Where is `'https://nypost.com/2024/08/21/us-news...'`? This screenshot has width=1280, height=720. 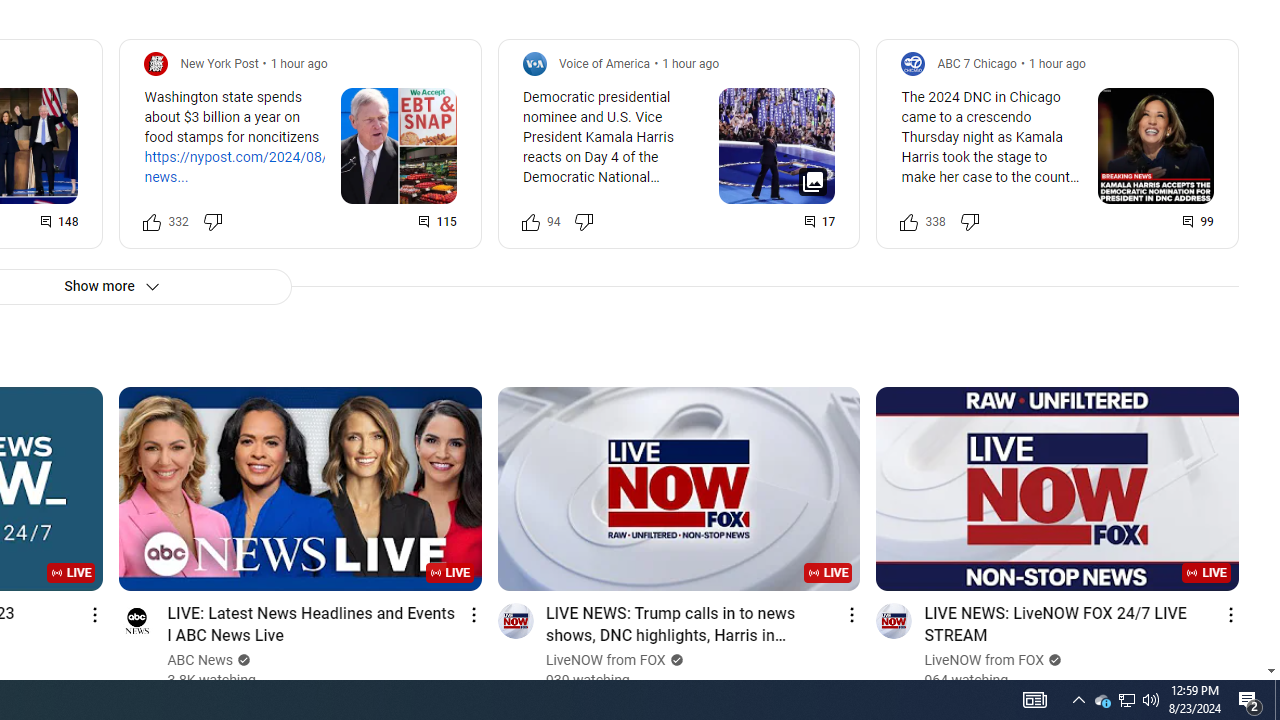 'https://nypost.com/2024/08/21/us-news...' is located at coordinates (255, 166).